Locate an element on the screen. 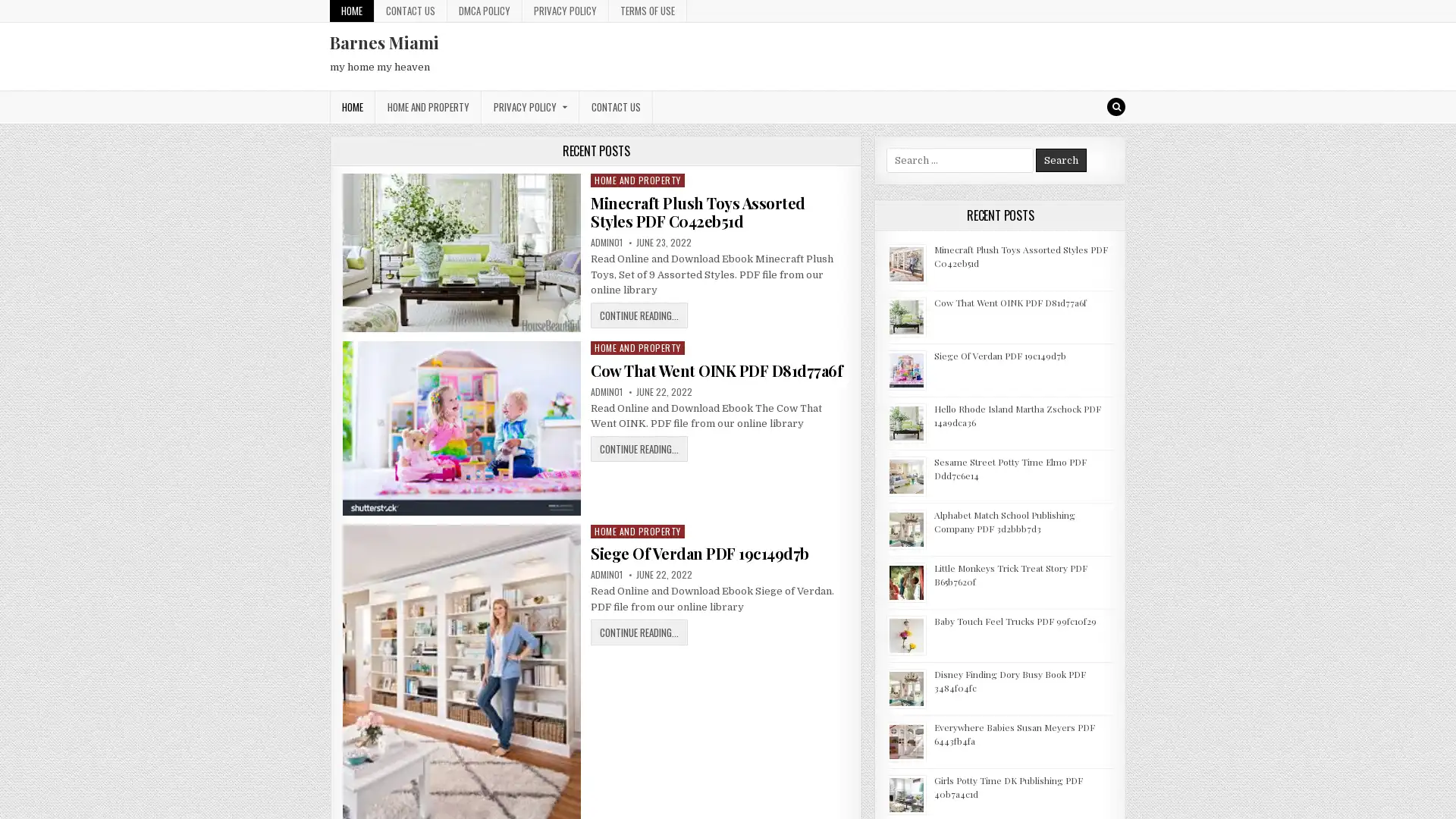 The width and height of the screenshot is (1456, 819). Search is located at coordinates (1060, 160).